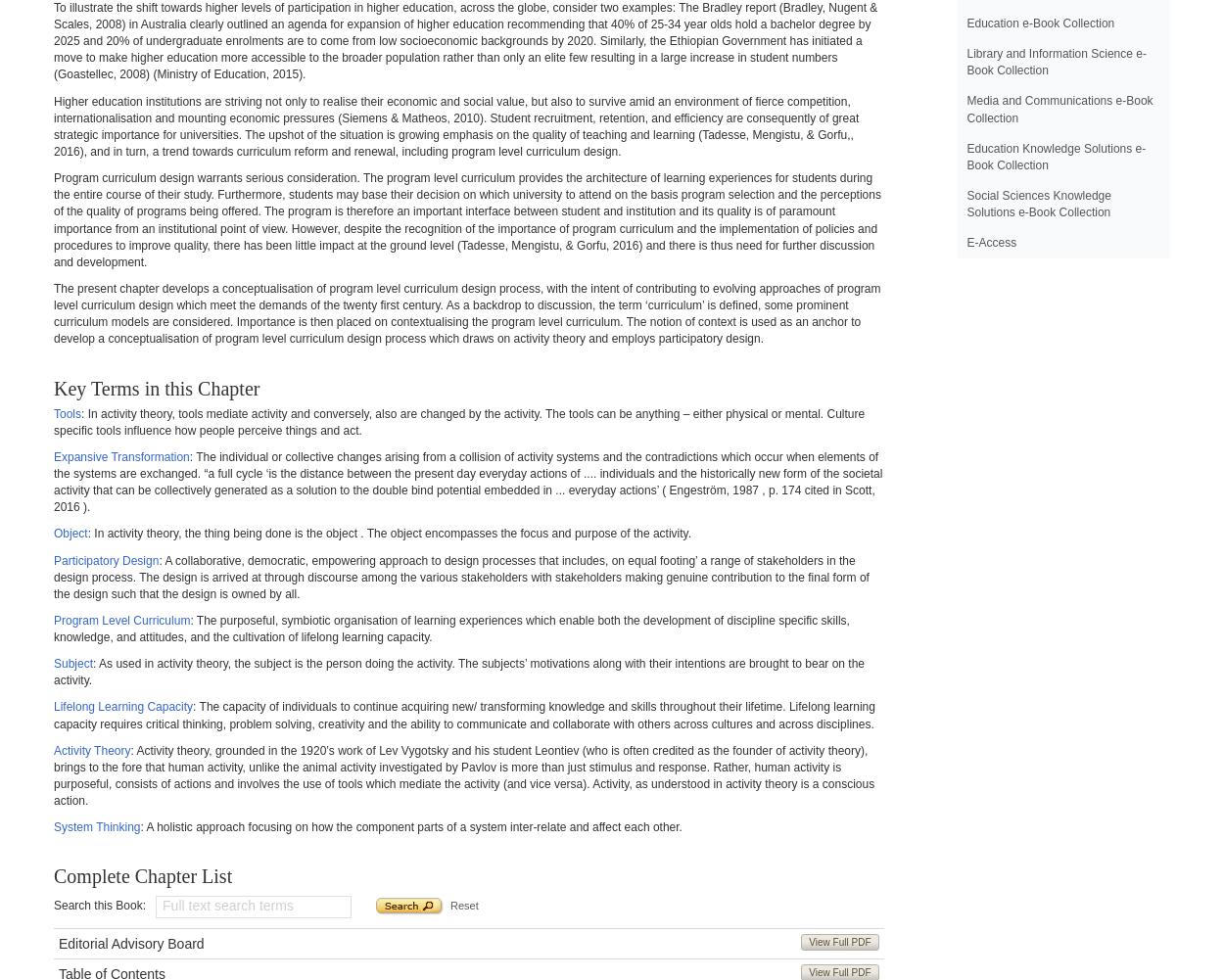  I want to click on ': A collaborative, democratic, empowering approach to design processes that includes, on equal footing’ a range of stakeholders in the design process. The design is arrived at through discourse among the various stakeholders with stakeholders making genuine contribution to the final form of the design such that the design is owned by all.', so click(54, 576).